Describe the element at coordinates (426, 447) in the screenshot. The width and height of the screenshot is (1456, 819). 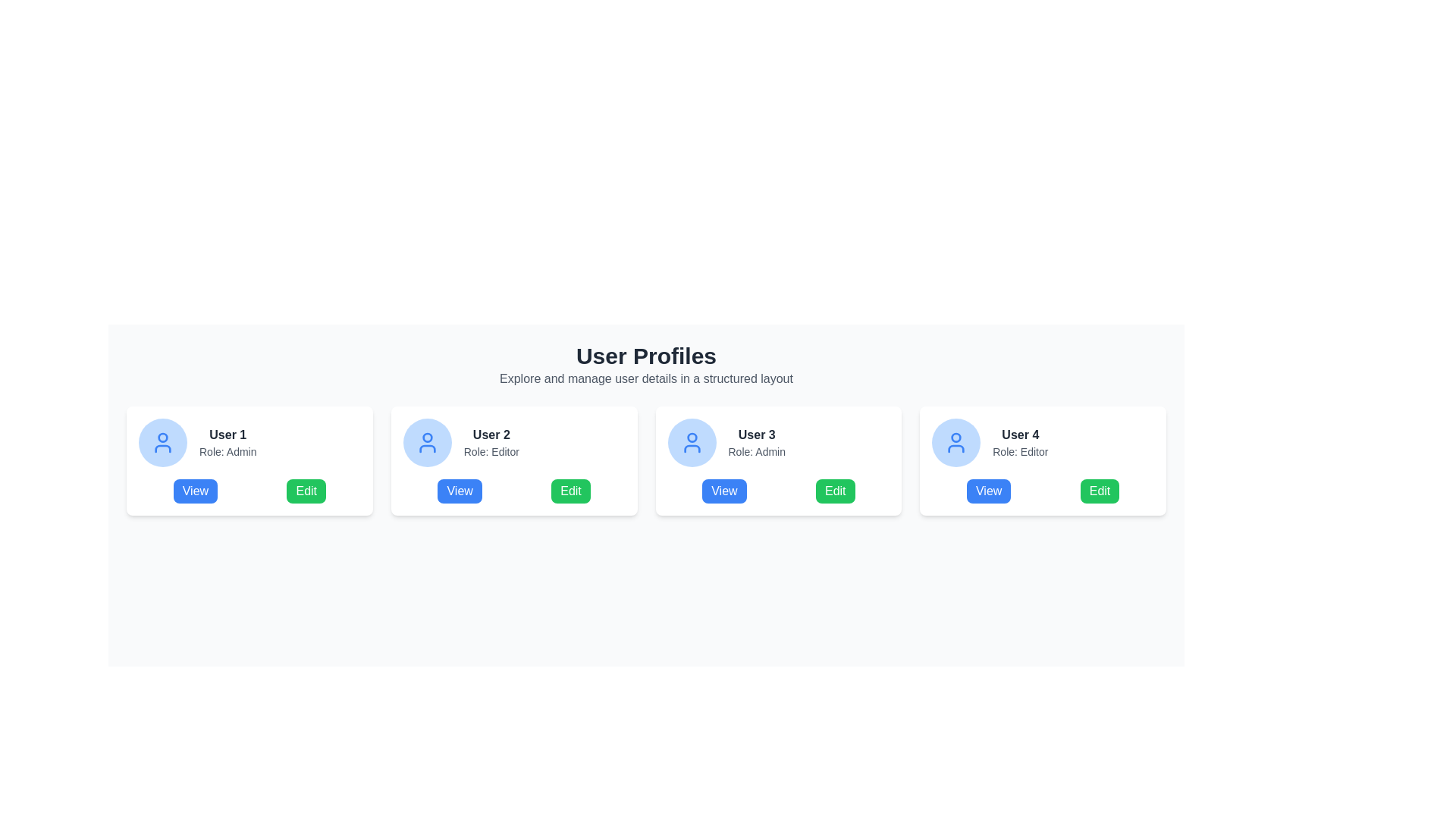
I see `the body segment of the user icon representing 'User 2', located at the top-left corner of the card` at that location.